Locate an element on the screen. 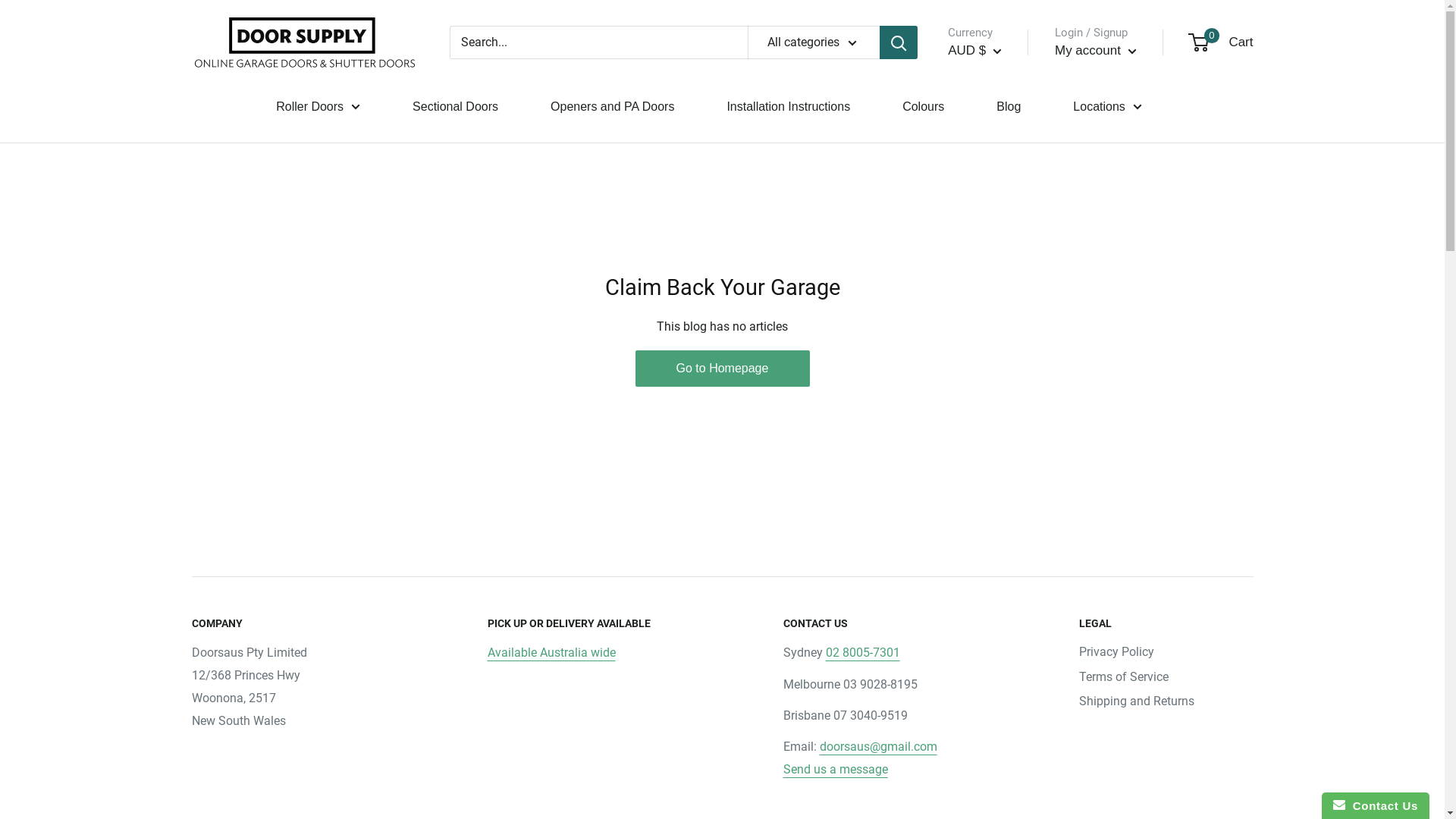 The image size is (1456, 819). 'Available Australia wide' is located at coordinates (550, 651).